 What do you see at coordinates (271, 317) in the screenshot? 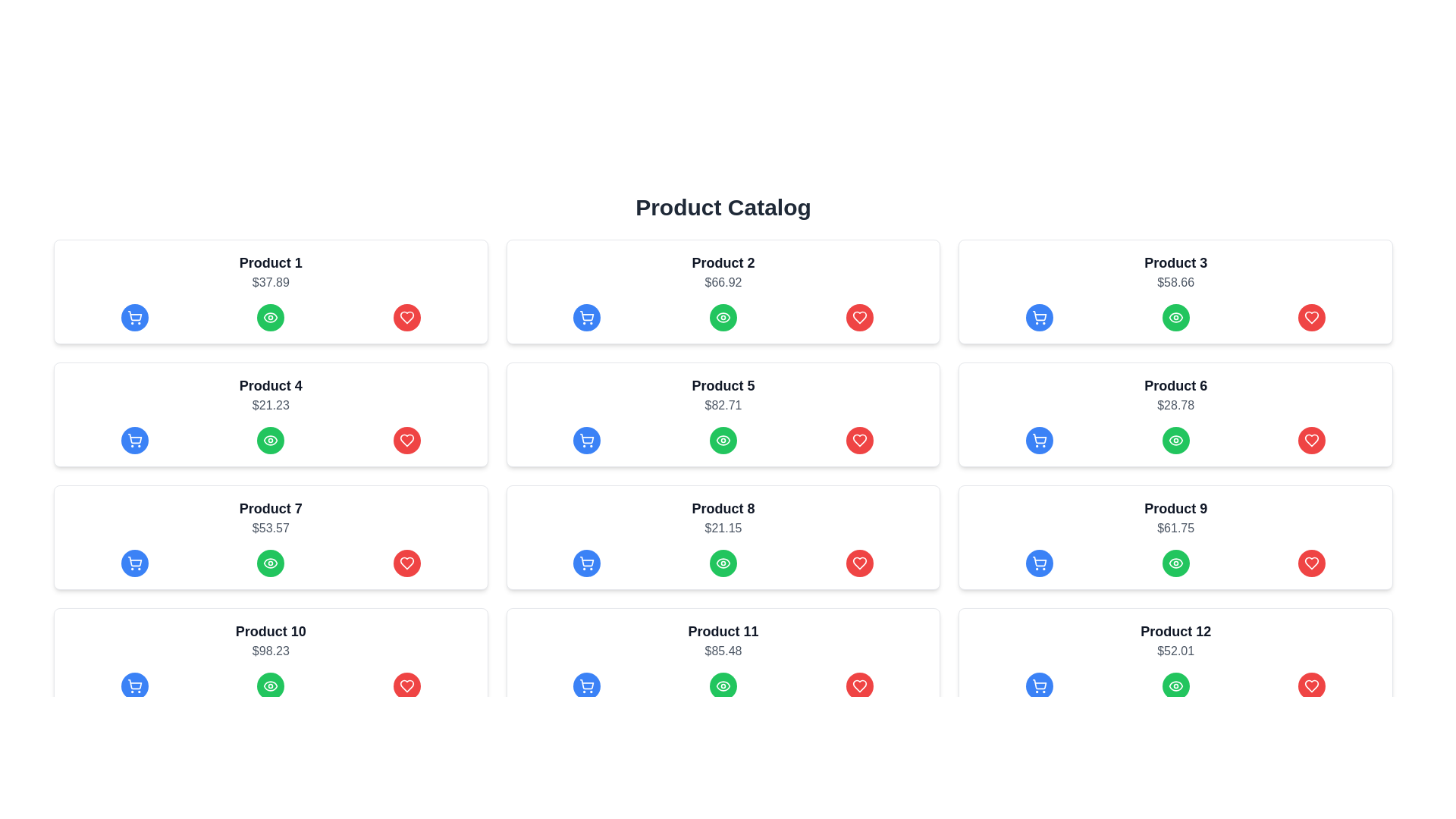
I see `the circular green button with a white 'eye' icon, located in the tile for 'Product 1'` at bounding box center [271, 317].